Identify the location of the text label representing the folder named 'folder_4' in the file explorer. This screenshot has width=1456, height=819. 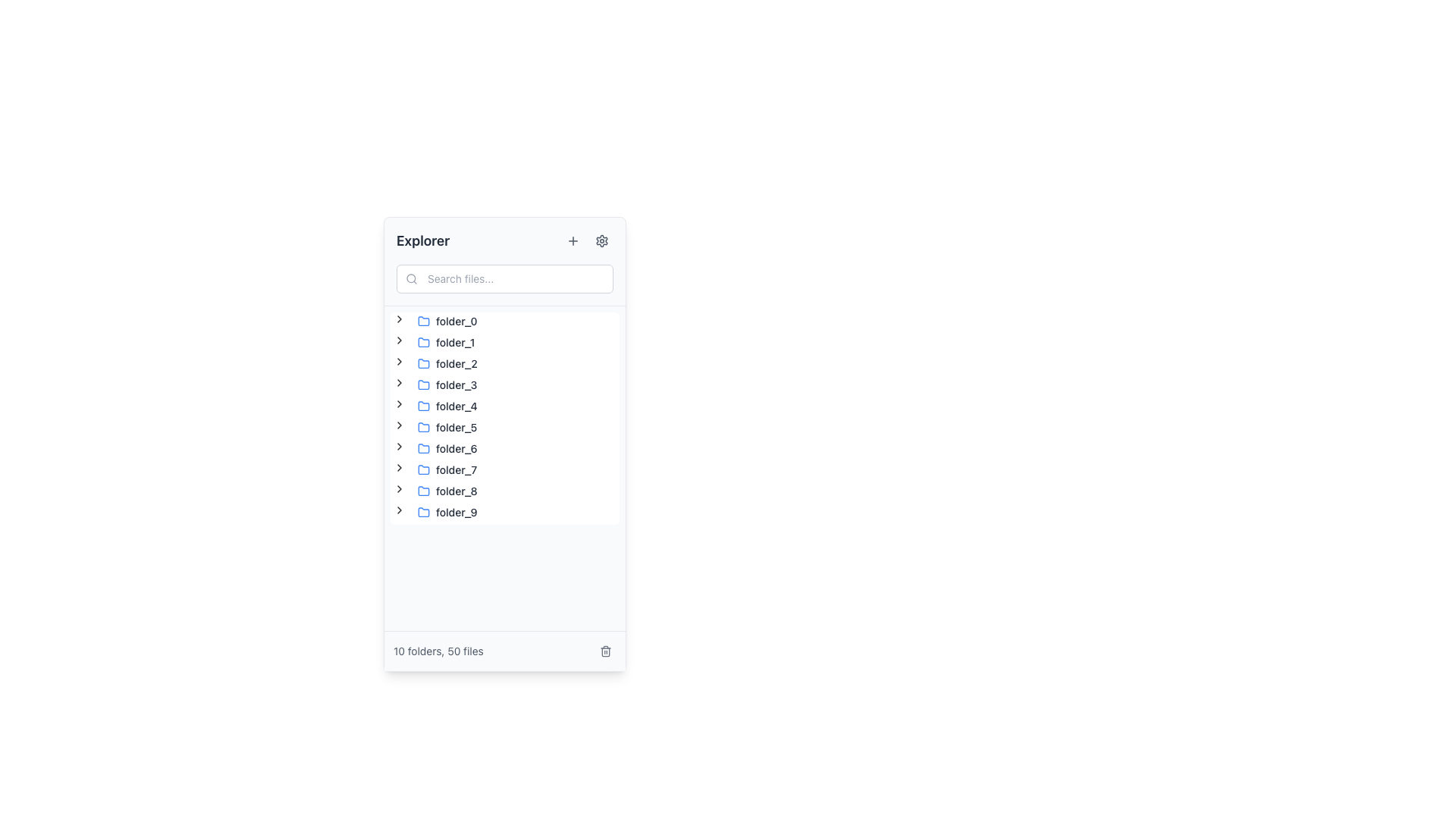
(456, 406).